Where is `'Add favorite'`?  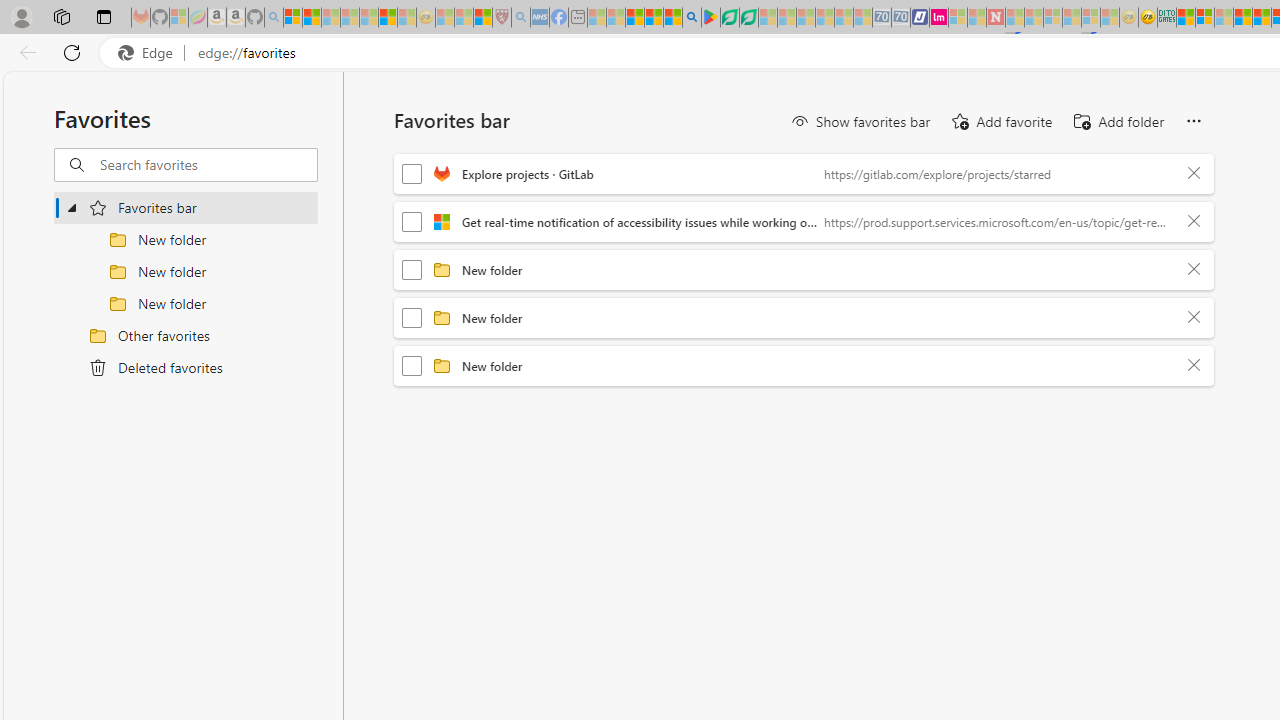
'Add favorite' is located at coordinates (1000, 122).